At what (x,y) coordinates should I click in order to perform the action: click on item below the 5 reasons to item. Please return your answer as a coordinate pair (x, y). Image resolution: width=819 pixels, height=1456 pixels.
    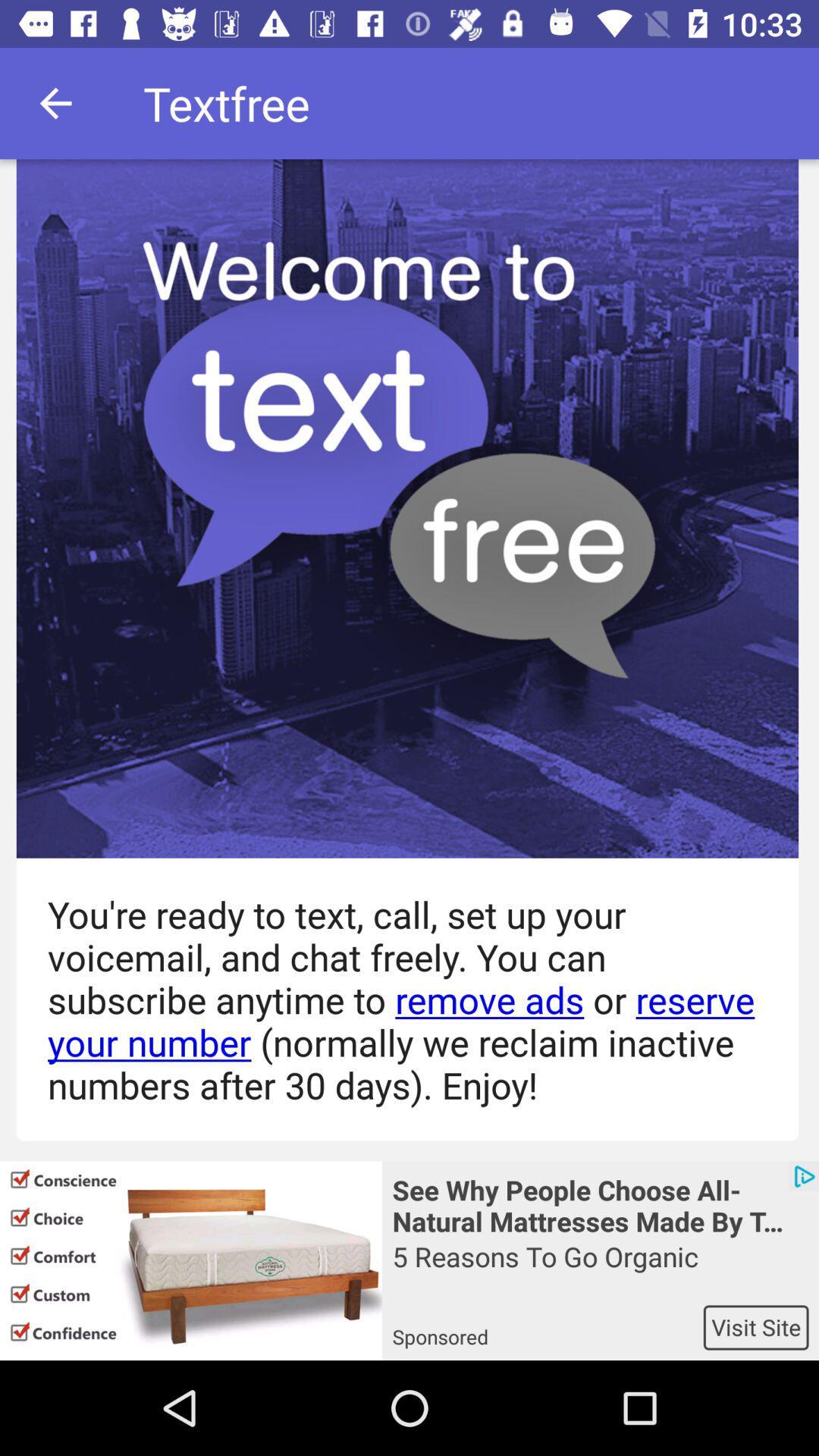
    Looking at the image, I should click on (756, 1326).